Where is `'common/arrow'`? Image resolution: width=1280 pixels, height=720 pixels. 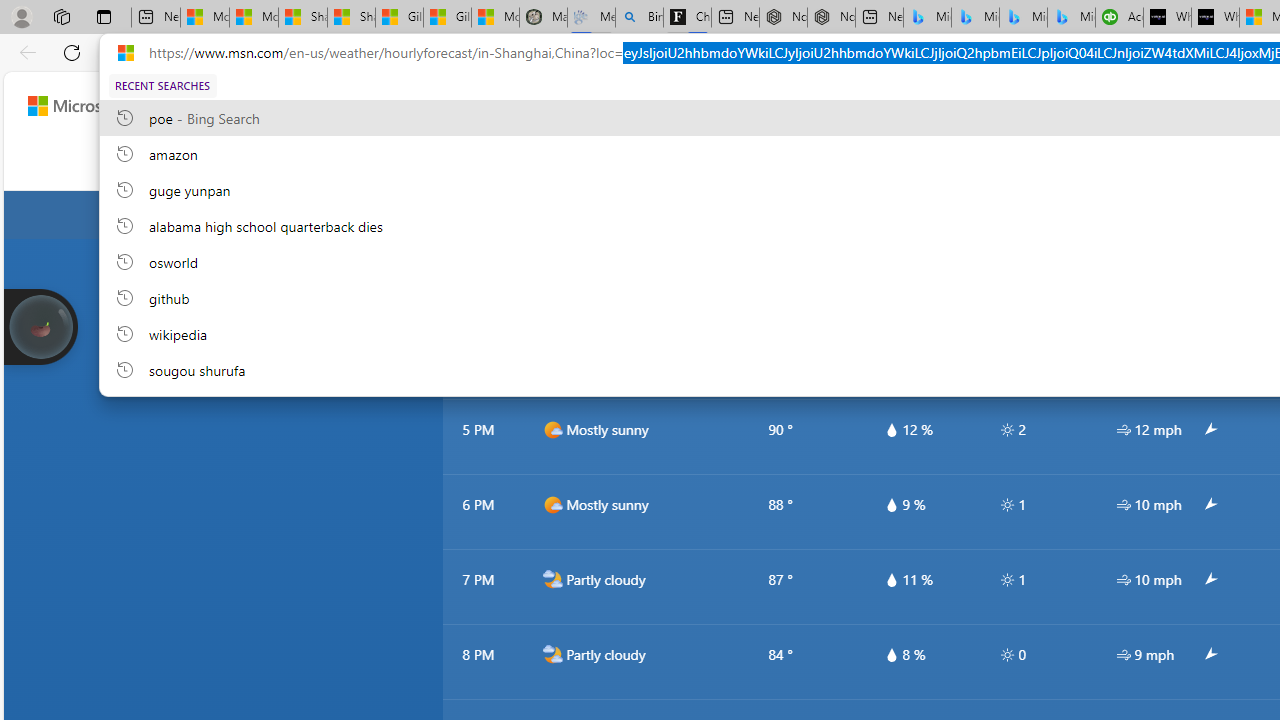
'common/arrow' is located at coordinates (1208, 655).